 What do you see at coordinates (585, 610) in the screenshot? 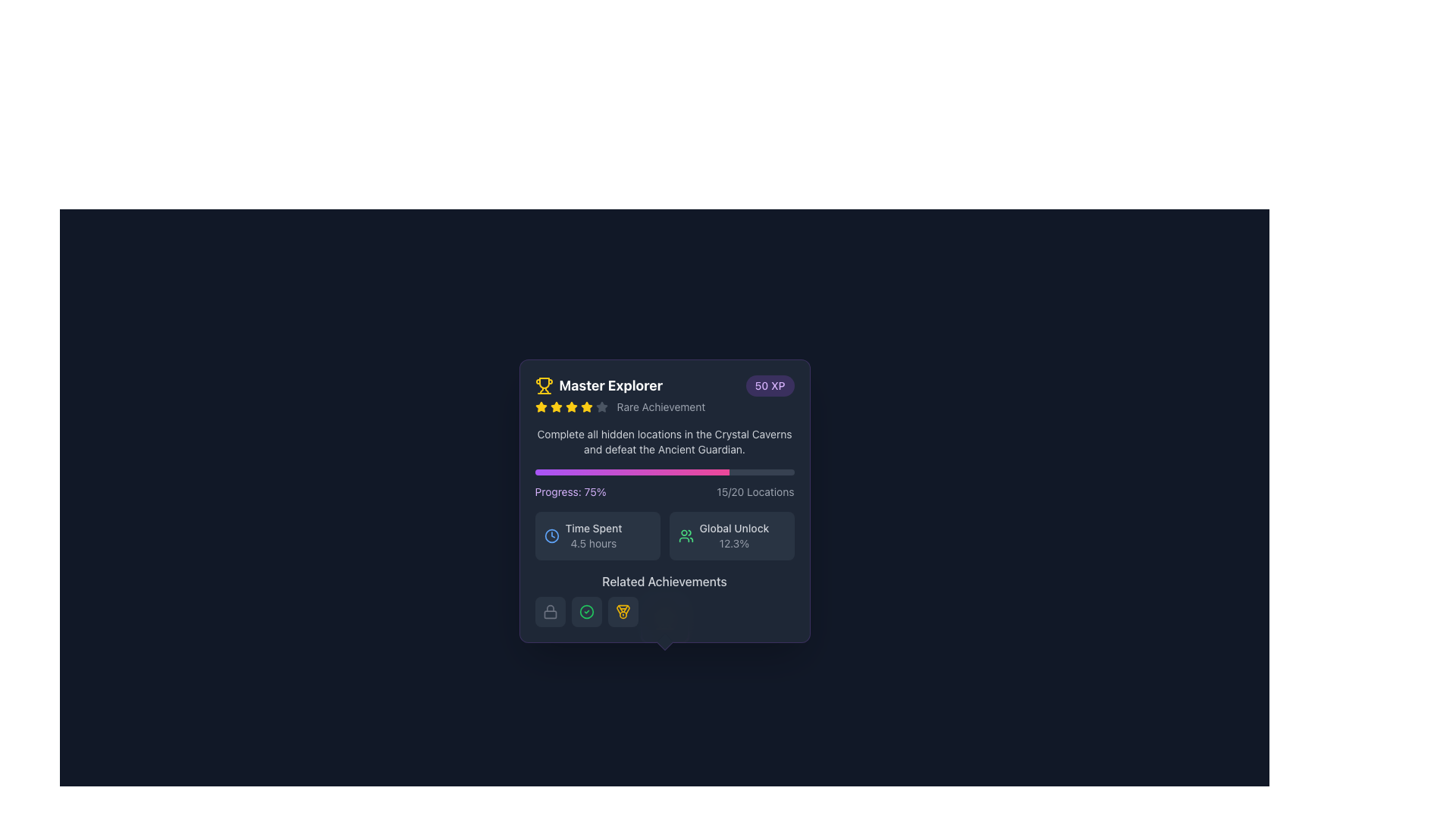
I see `the second circular icon button containing a green checkmark in the 'Related Achievements' section, which is styled with a dark gray background and a rounded, semi-transparent gray square` at bounding box center [585, 610].